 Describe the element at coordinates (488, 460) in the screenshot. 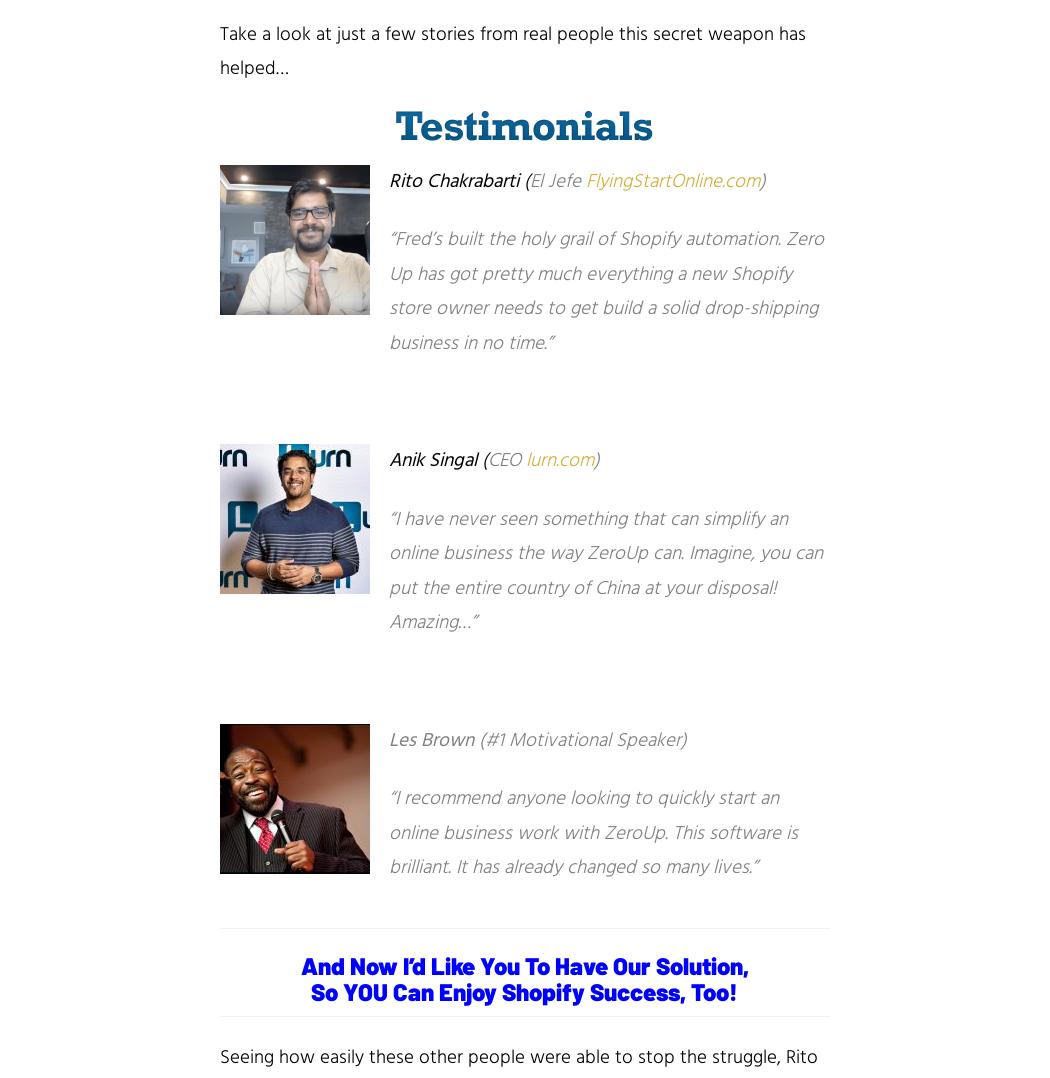

I see `'CEO'` at that location.